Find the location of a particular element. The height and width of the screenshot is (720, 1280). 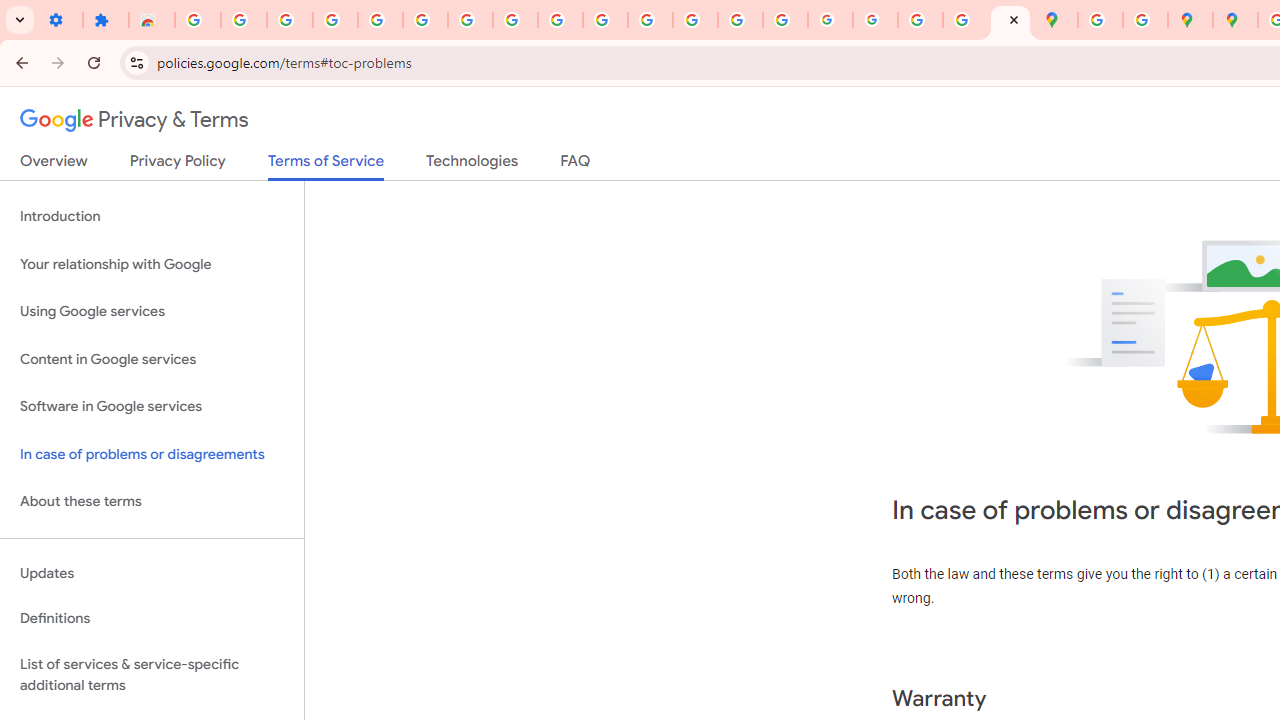

'Using Google services' is located at coordinates (151, 312).